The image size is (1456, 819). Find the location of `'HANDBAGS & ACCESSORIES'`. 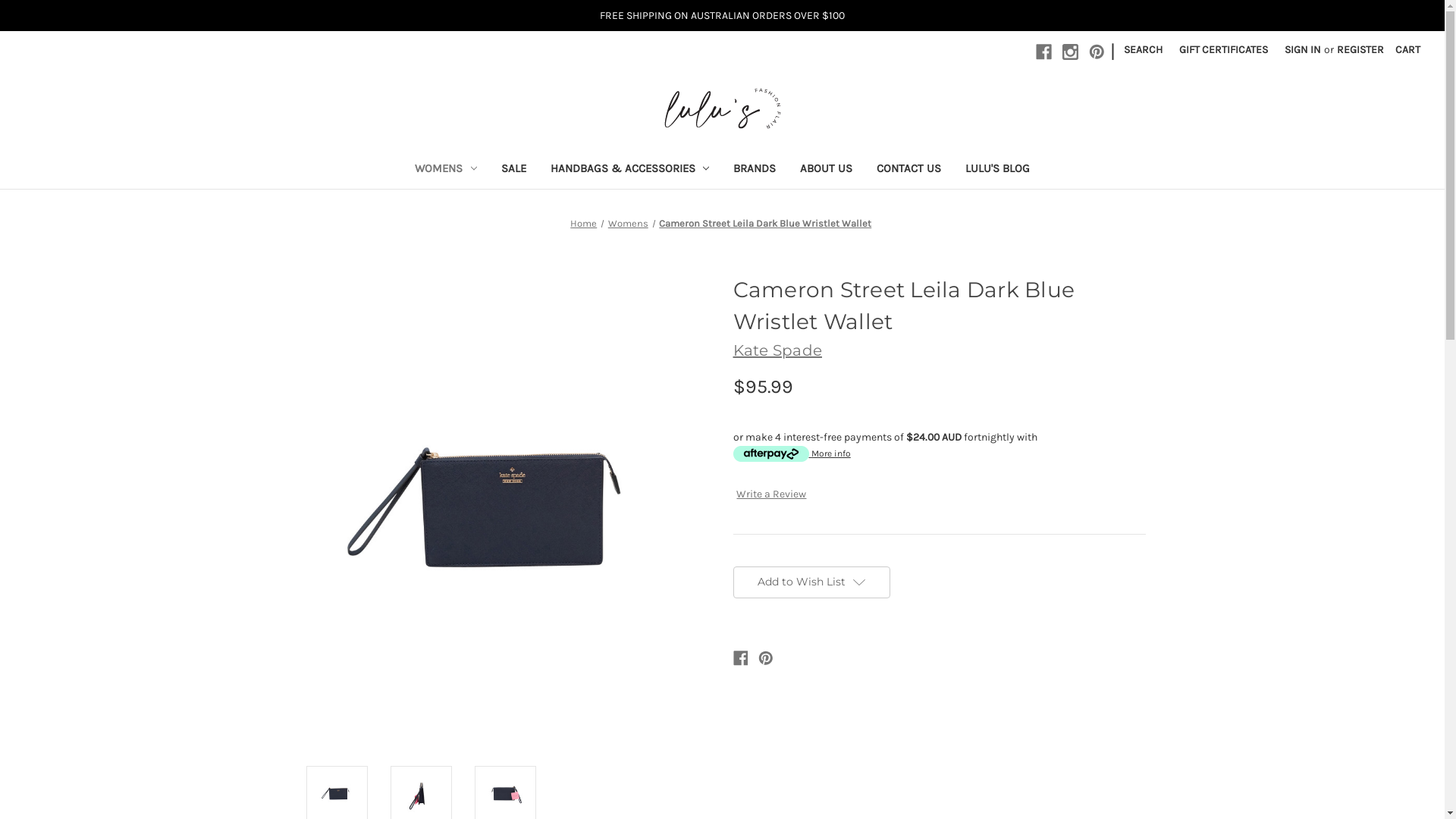

'HANDBAGS & ACCESSORIES' is located at coordinates (629, 170).